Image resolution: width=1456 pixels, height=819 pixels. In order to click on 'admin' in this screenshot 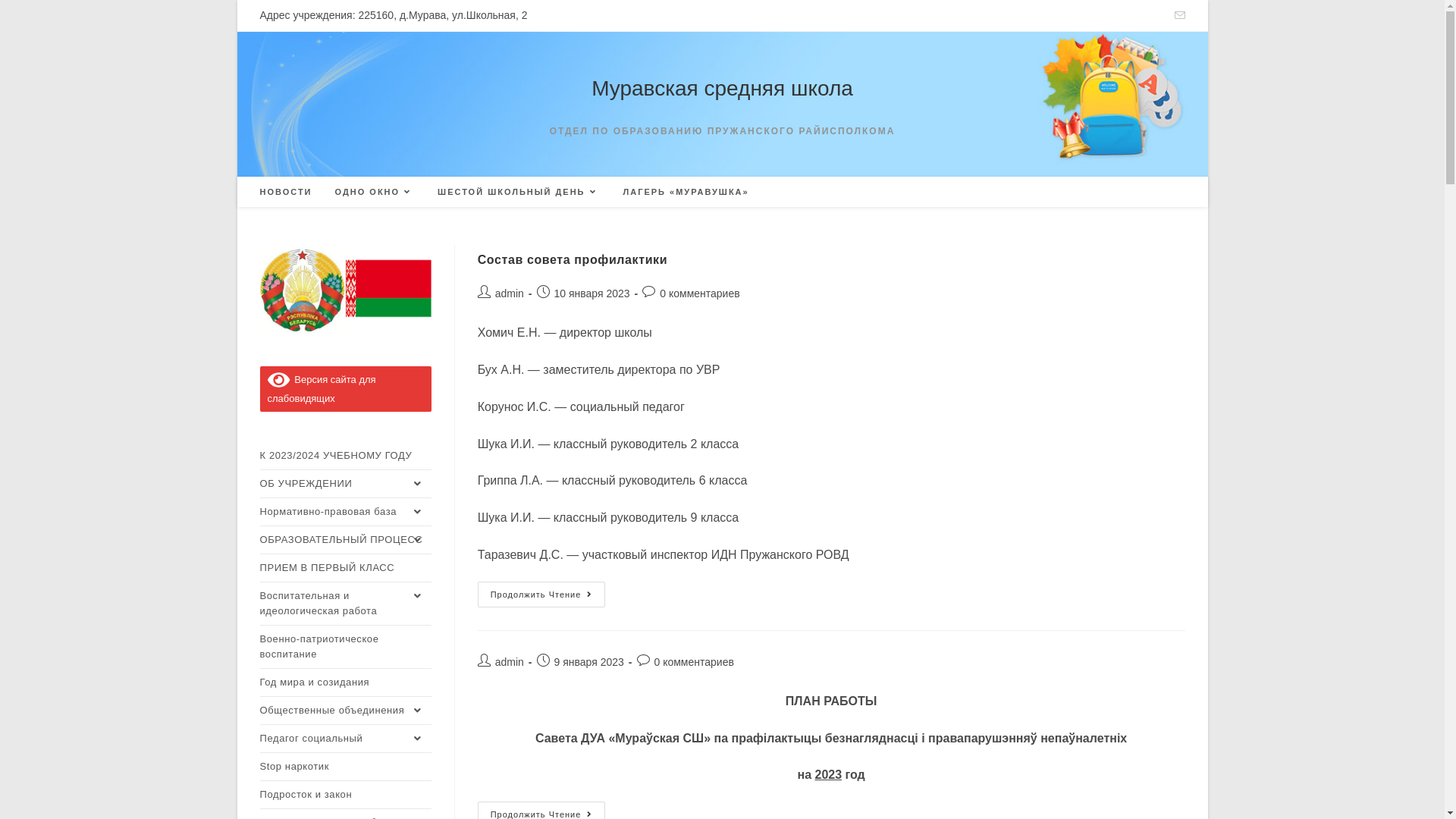, I will do `click(494, 293)`.